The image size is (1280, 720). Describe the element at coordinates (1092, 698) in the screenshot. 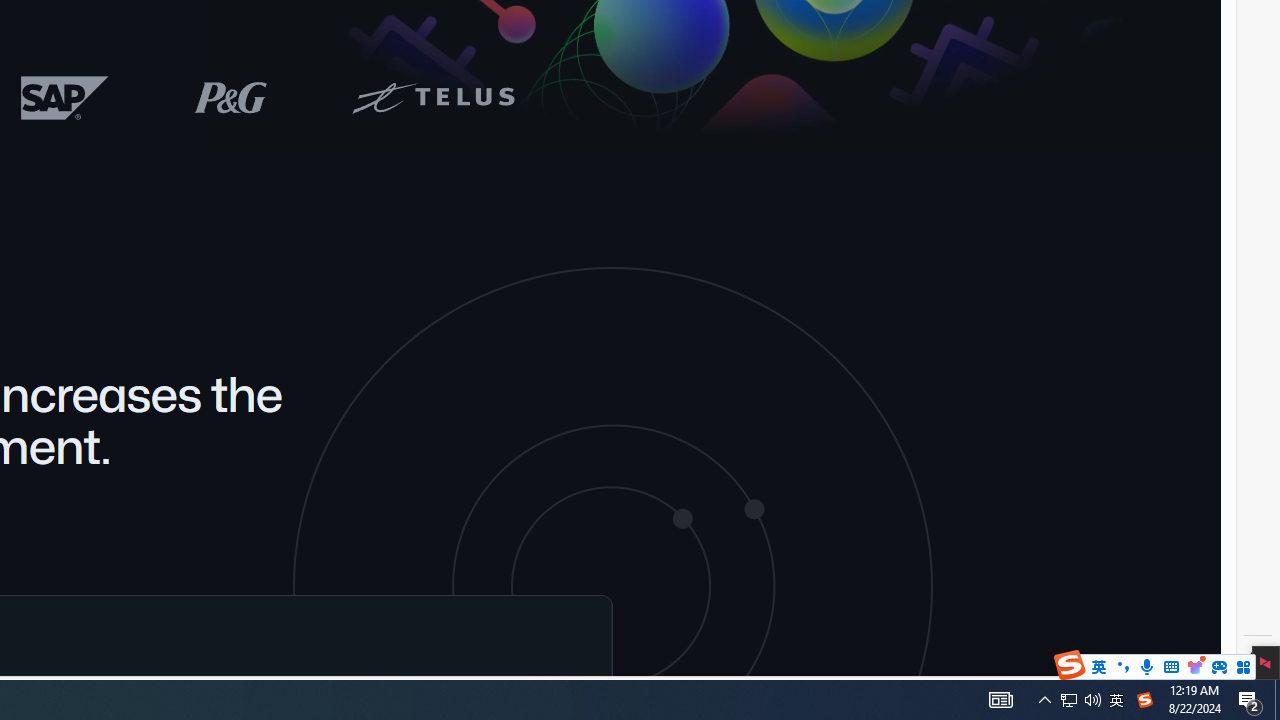

I see `'Q2790: 100%'` at that location.